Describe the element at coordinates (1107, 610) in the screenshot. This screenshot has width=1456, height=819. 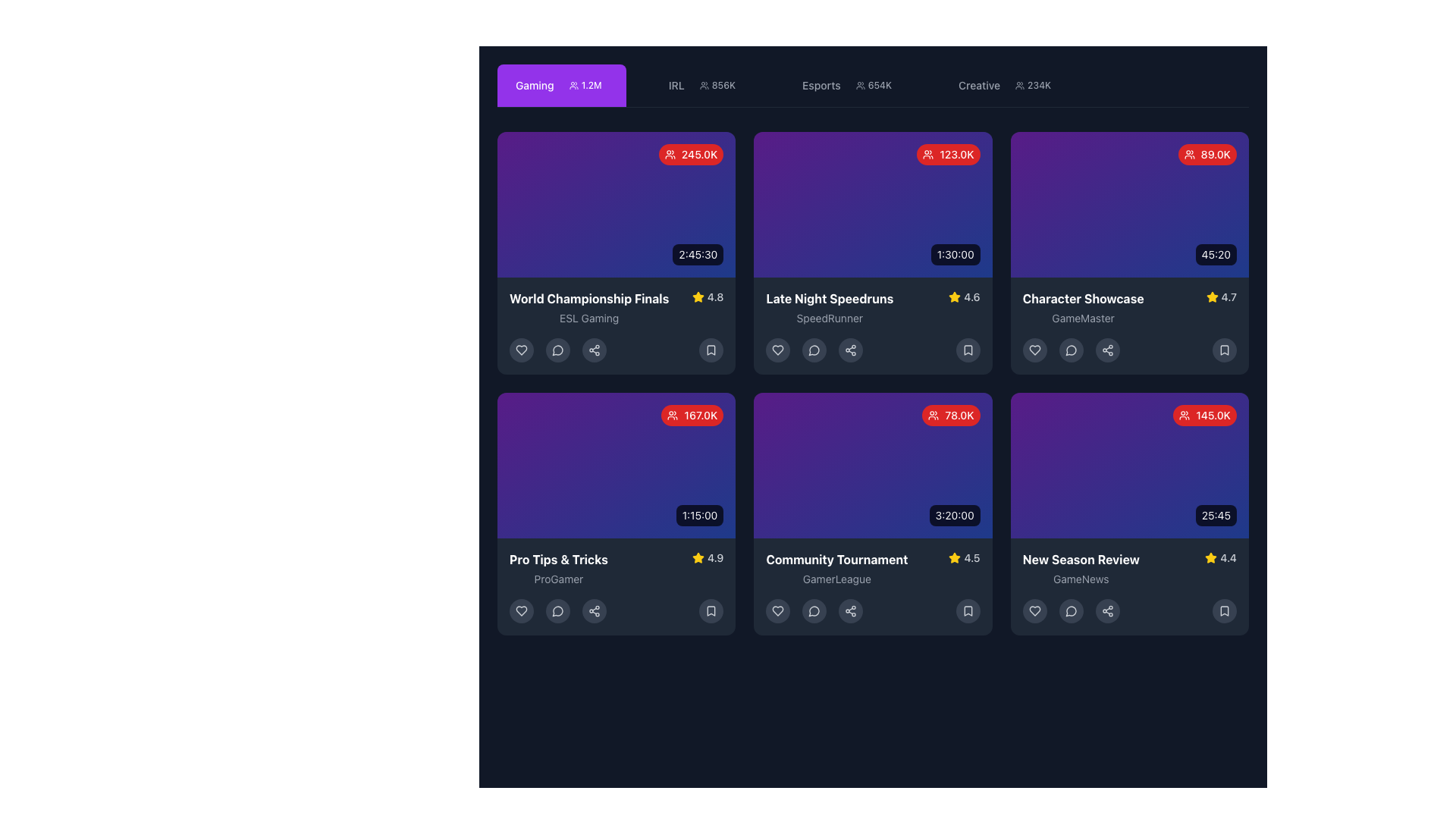
I see `the circular gray Icon Button with a share icon located at the bottom section of the rightmost card in the second row of the grid layout to share content` at that location.